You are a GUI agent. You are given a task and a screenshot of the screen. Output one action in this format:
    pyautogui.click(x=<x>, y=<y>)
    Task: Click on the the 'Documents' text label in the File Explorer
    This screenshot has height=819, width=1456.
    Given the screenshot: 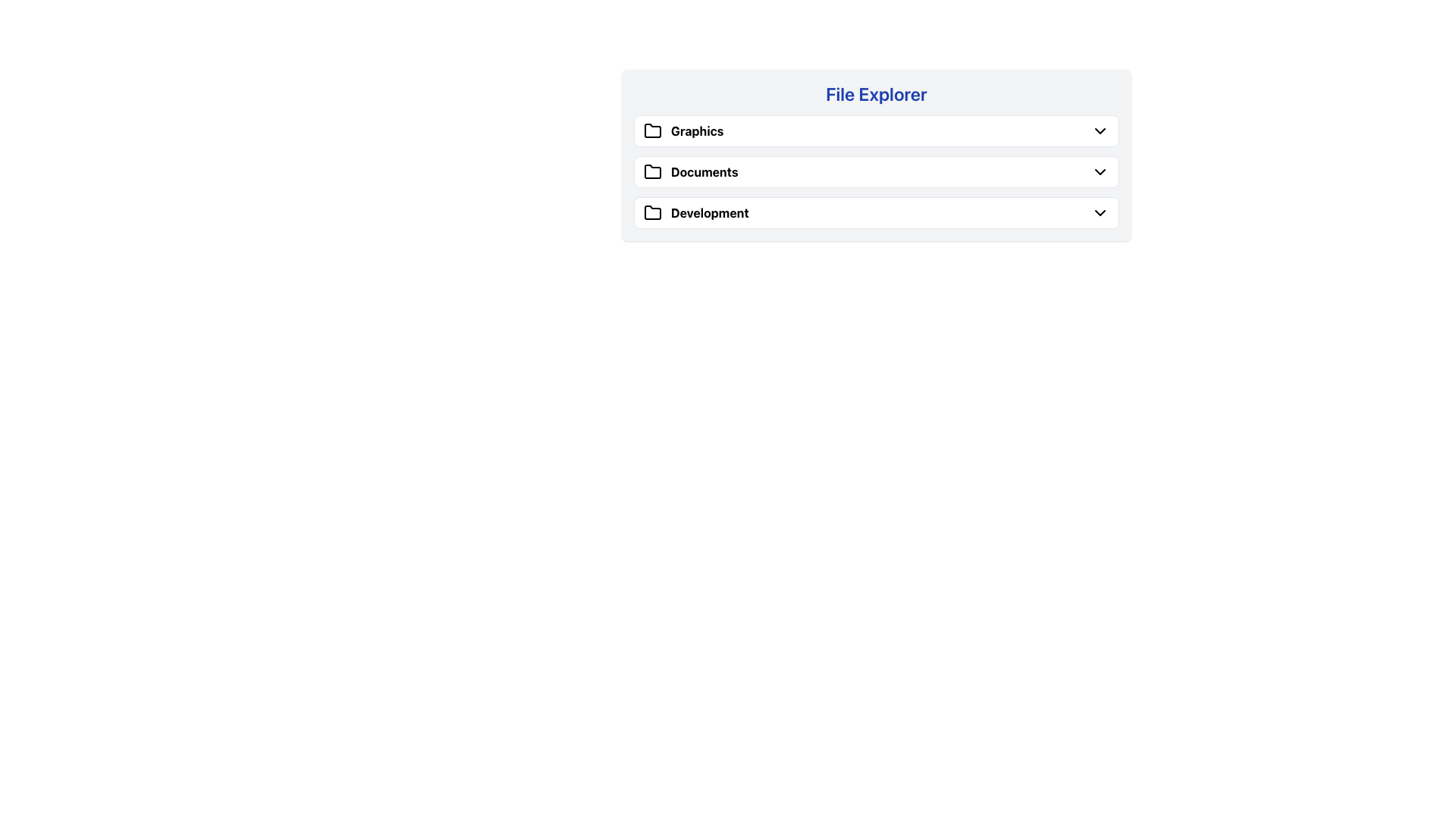 What is the action you would take?
    pyautogui.click(x=690, y=171)
    